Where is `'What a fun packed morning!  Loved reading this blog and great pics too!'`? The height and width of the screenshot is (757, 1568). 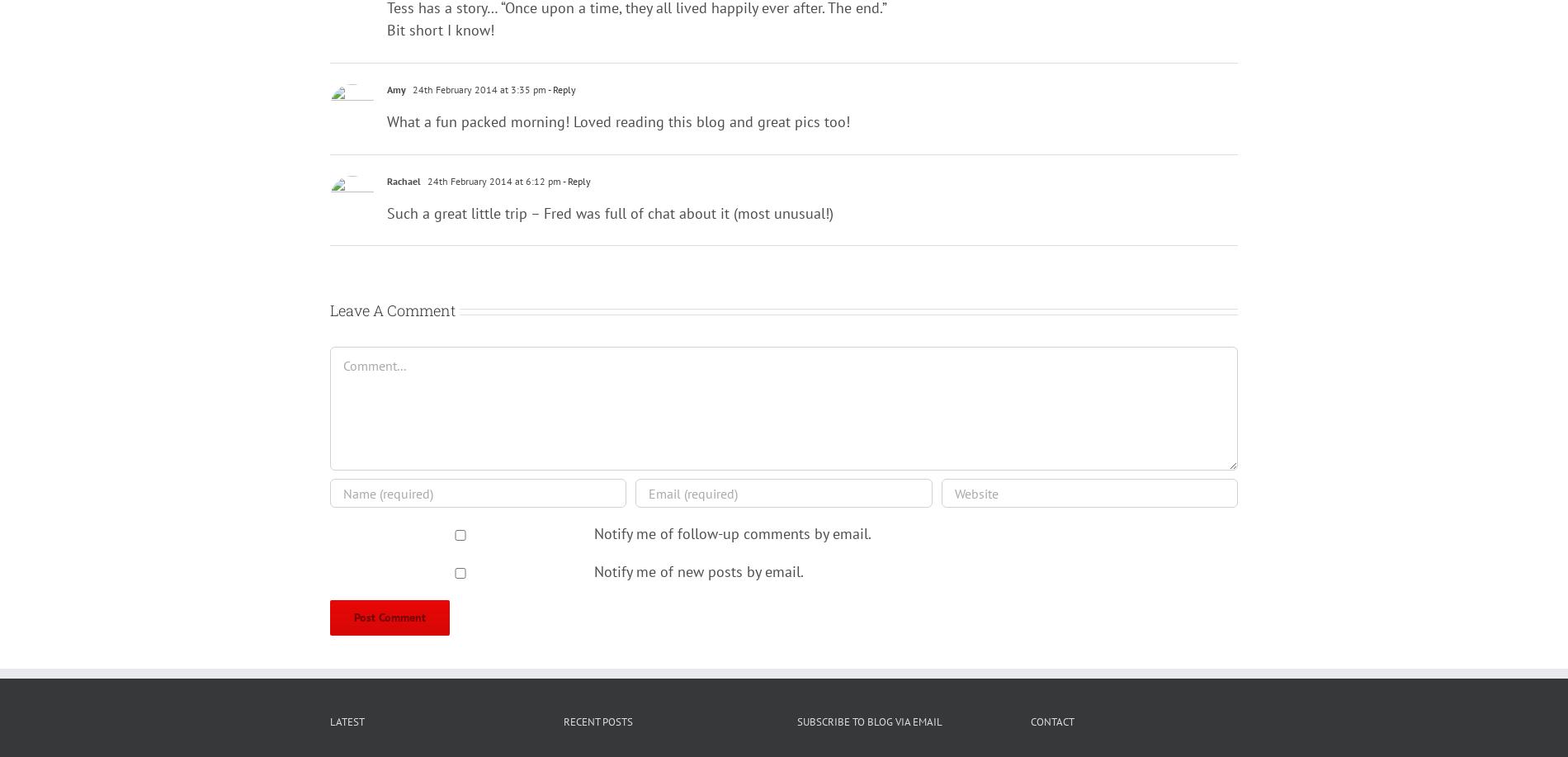
'What a fun packed morning!  Loved reading this blog and great pics too!' is located at coordinates (617, 121).